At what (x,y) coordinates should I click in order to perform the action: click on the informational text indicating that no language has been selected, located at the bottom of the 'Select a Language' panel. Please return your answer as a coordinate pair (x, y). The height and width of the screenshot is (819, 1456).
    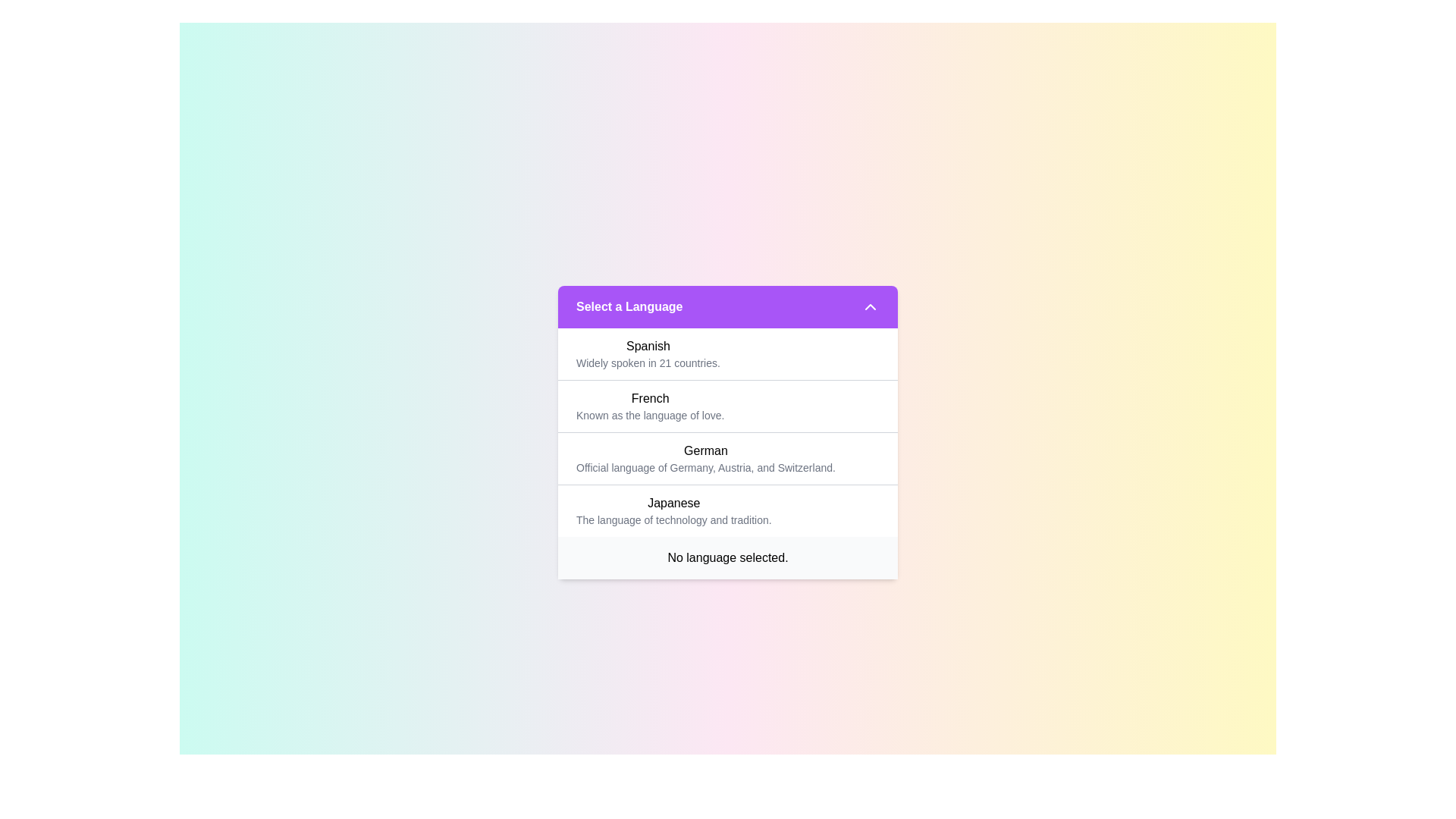
    Looking at the image, I should click on (728, 557).